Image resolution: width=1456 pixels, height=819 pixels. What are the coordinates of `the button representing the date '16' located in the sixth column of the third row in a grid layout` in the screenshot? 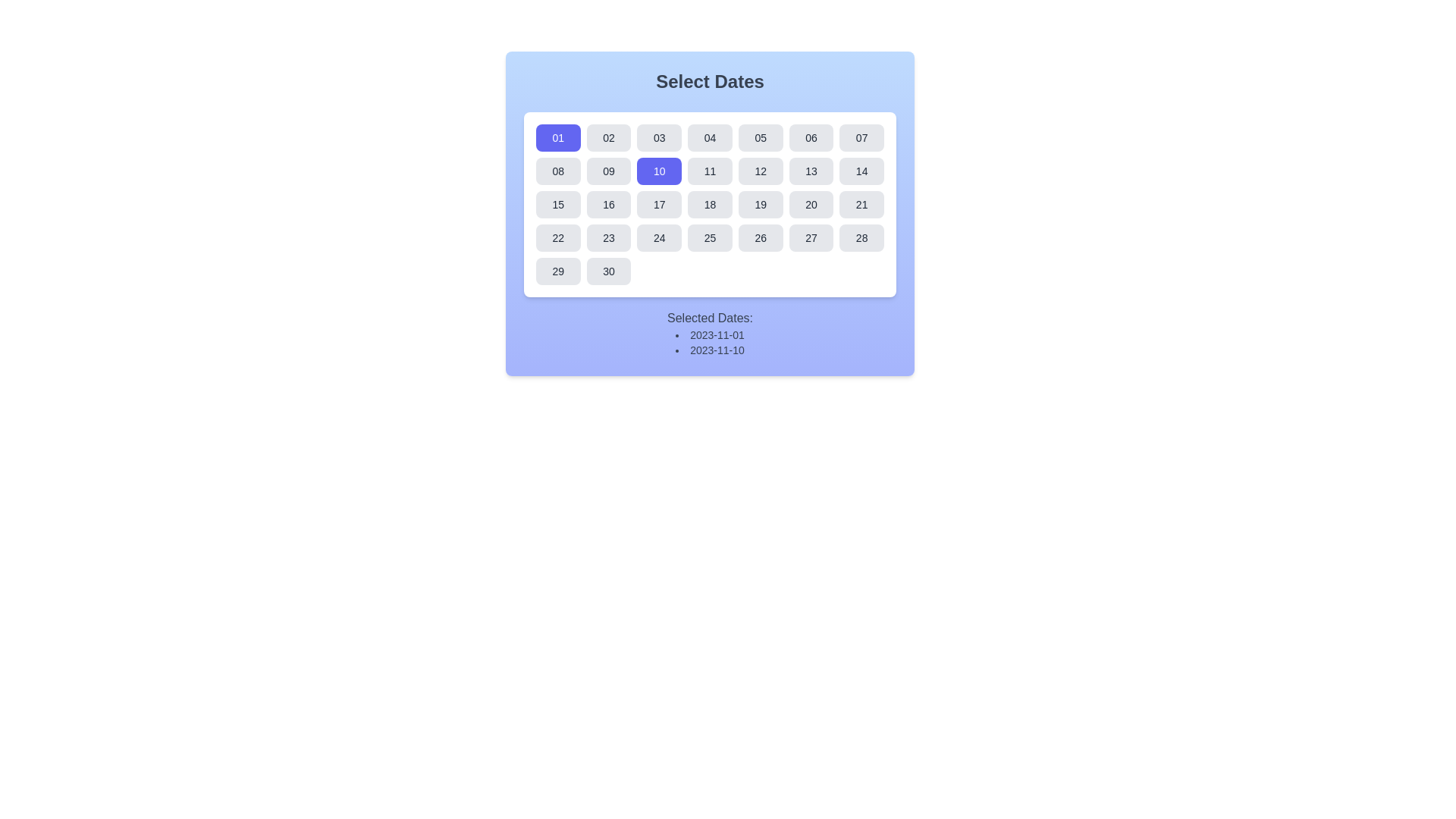 It's located at (609, 205).